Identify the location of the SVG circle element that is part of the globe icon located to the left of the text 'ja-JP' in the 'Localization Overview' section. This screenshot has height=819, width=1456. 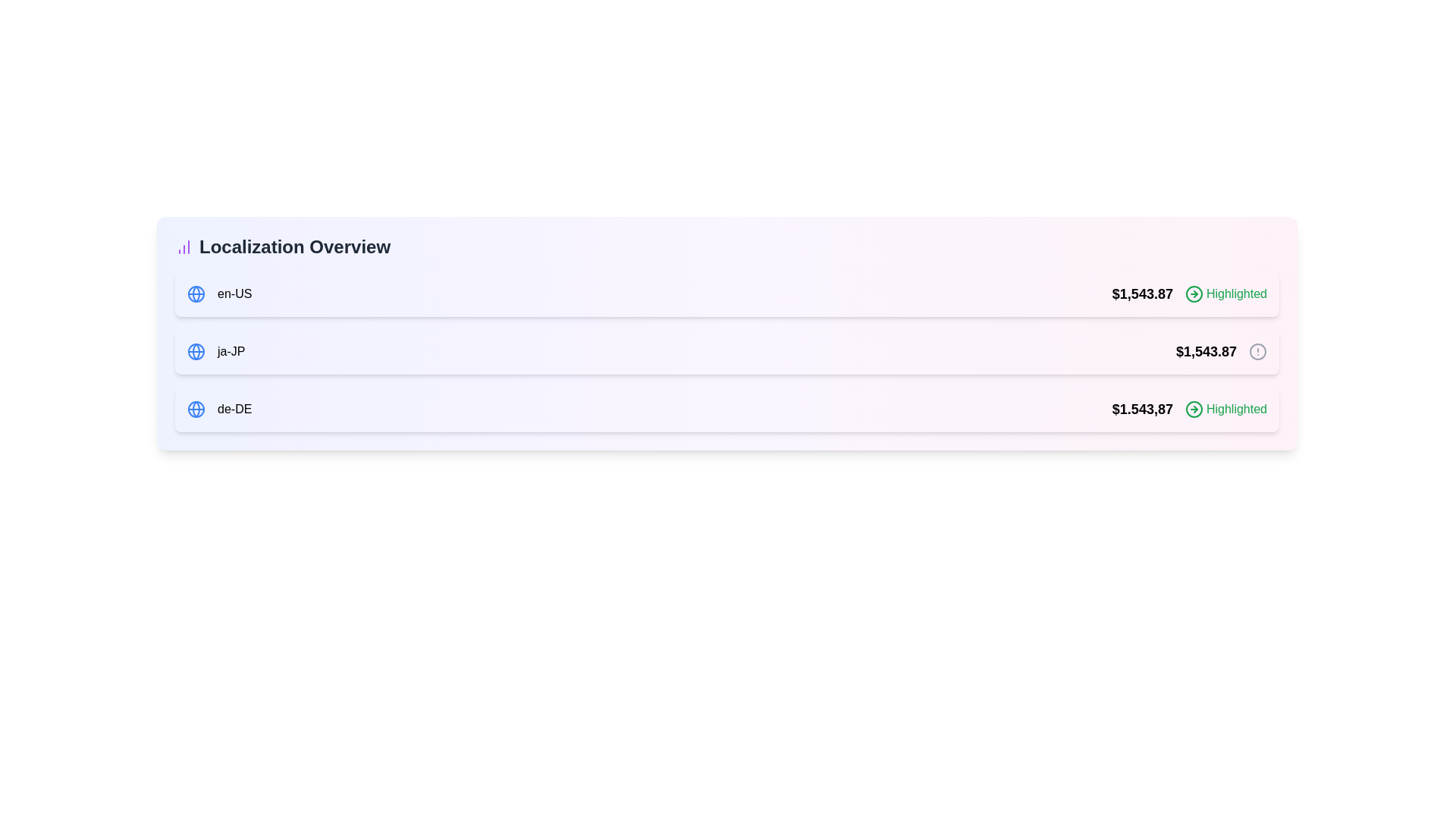
(196, 294).